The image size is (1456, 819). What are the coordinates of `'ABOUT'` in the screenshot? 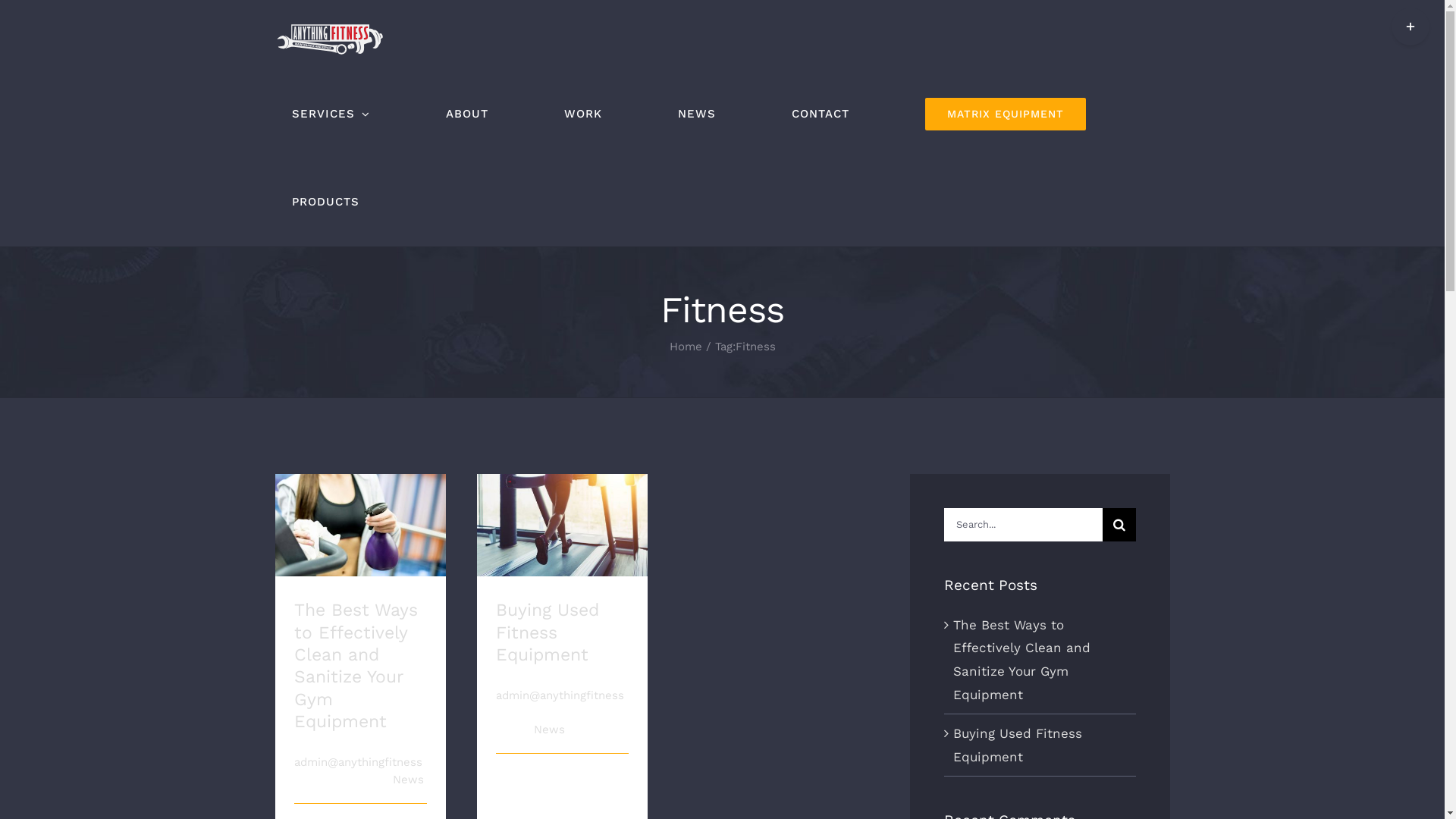 It's located at (466, 113).